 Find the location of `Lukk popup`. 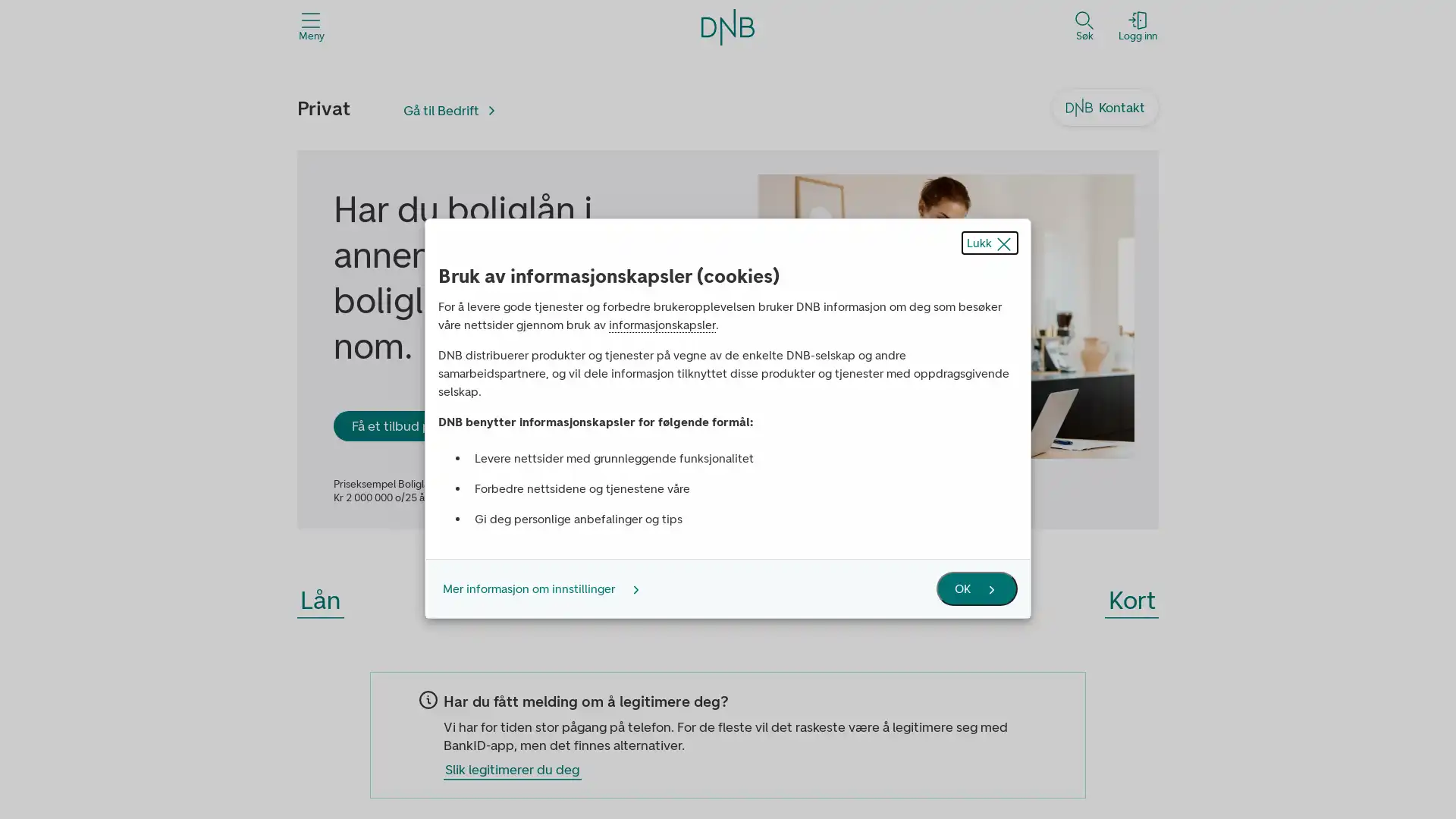

Lukk popup is located at coordinates (990, 241).